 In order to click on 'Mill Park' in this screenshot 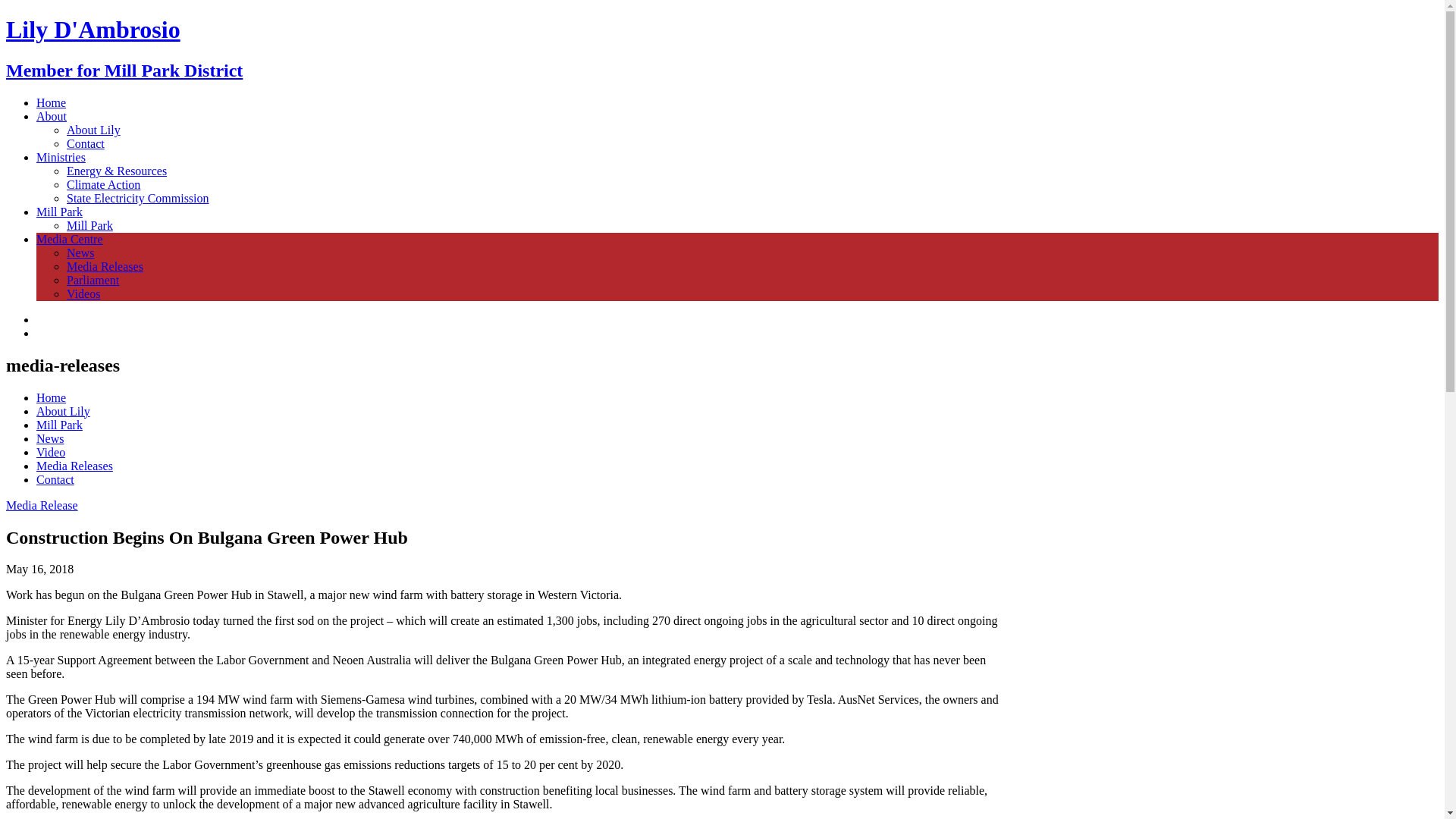, I will do `click(59, 212)`.